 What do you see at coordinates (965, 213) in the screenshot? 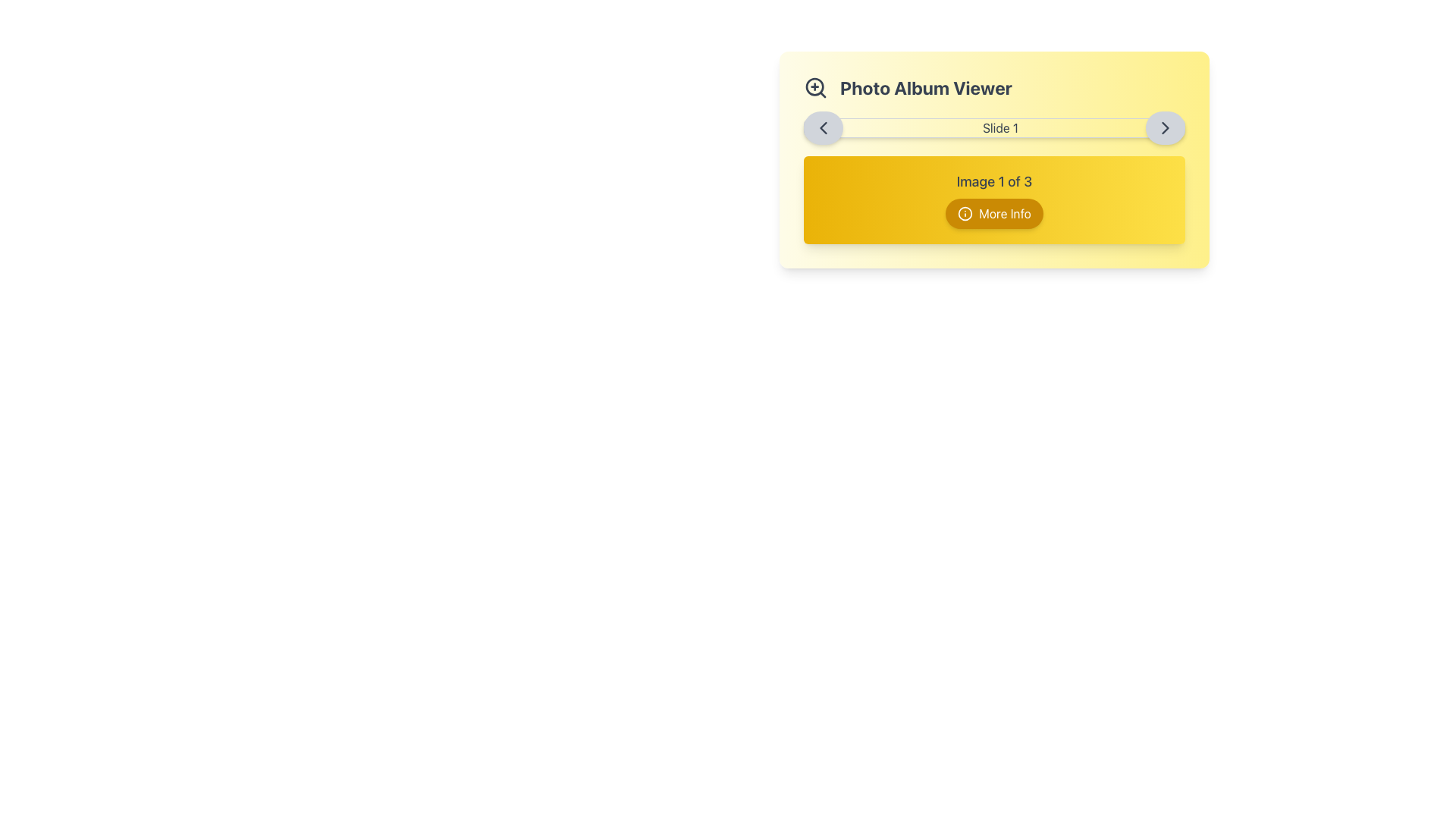
I see `the 'More Info' button which is represented by the icon located on the left side of the button` at bounding box center [965, 213].